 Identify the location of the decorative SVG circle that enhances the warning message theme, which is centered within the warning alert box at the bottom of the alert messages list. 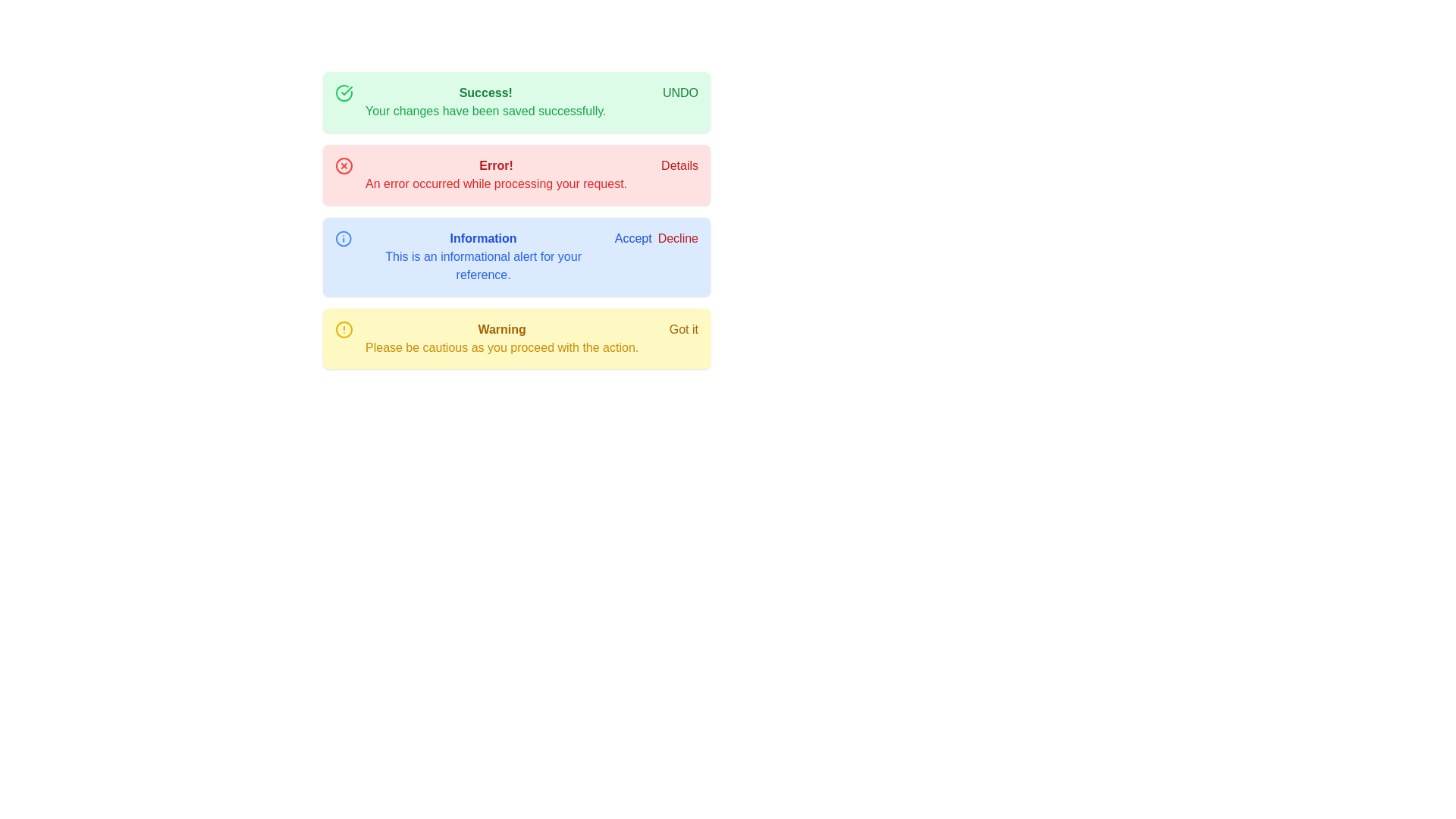
(344, 329).